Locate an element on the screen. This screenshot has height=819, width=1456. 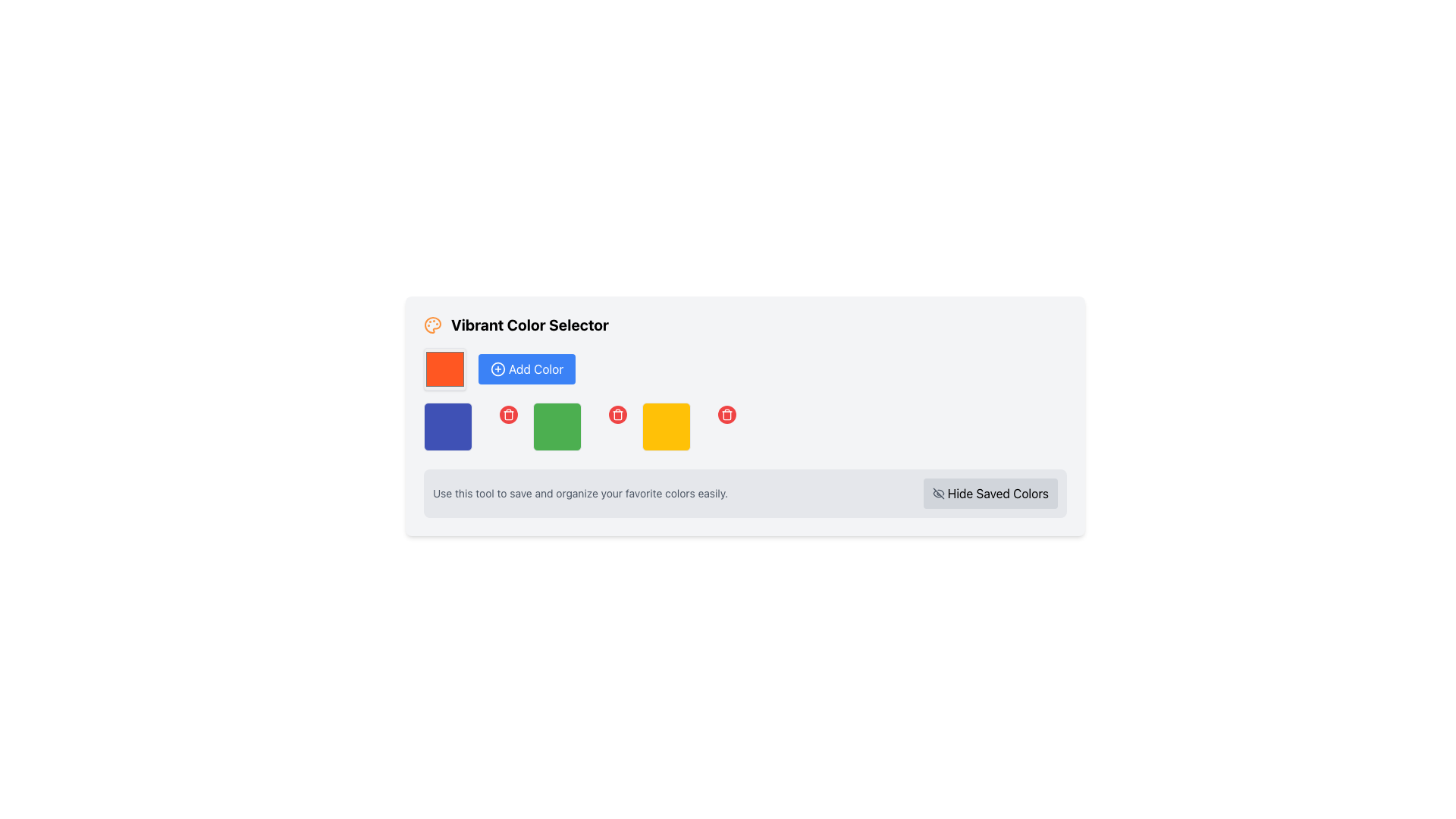
the fourth color preview swatch, which represents a selectable yellow color is located at coordinates (666, 427).